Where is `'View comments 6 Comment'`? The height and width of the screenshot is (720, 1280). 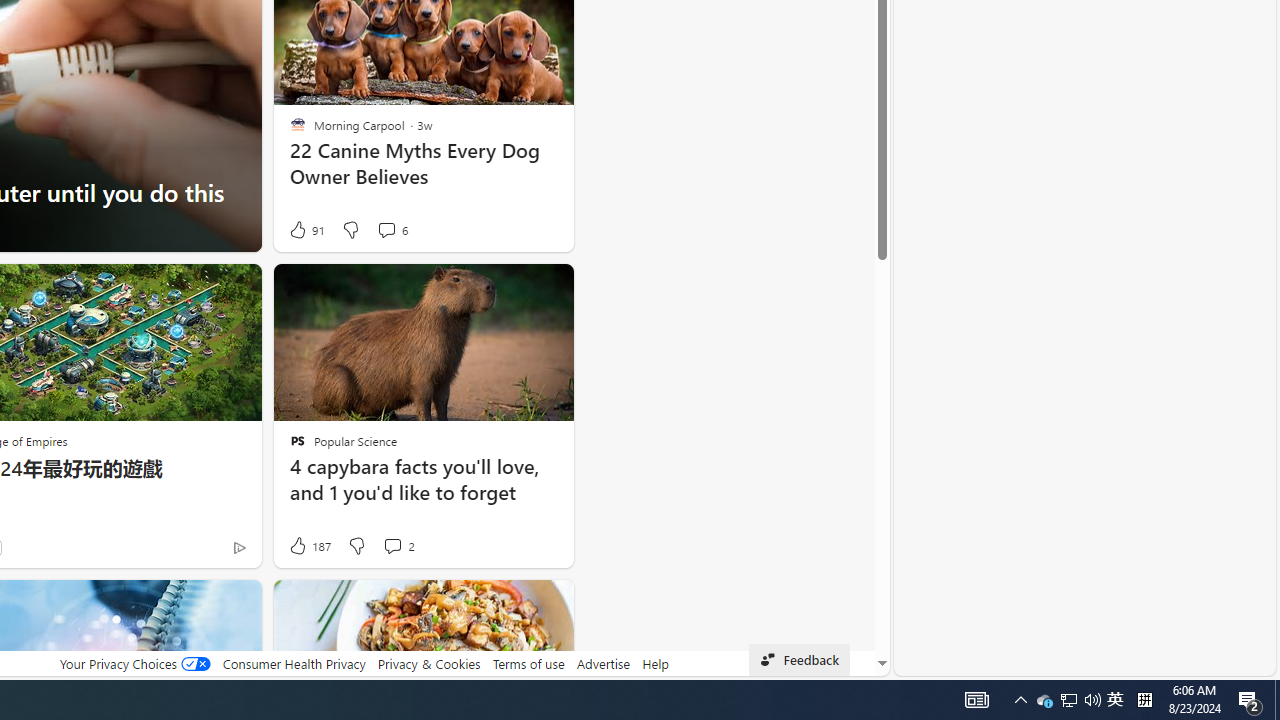
'View comments 6 Comment' is located at coordinates (392, 229).